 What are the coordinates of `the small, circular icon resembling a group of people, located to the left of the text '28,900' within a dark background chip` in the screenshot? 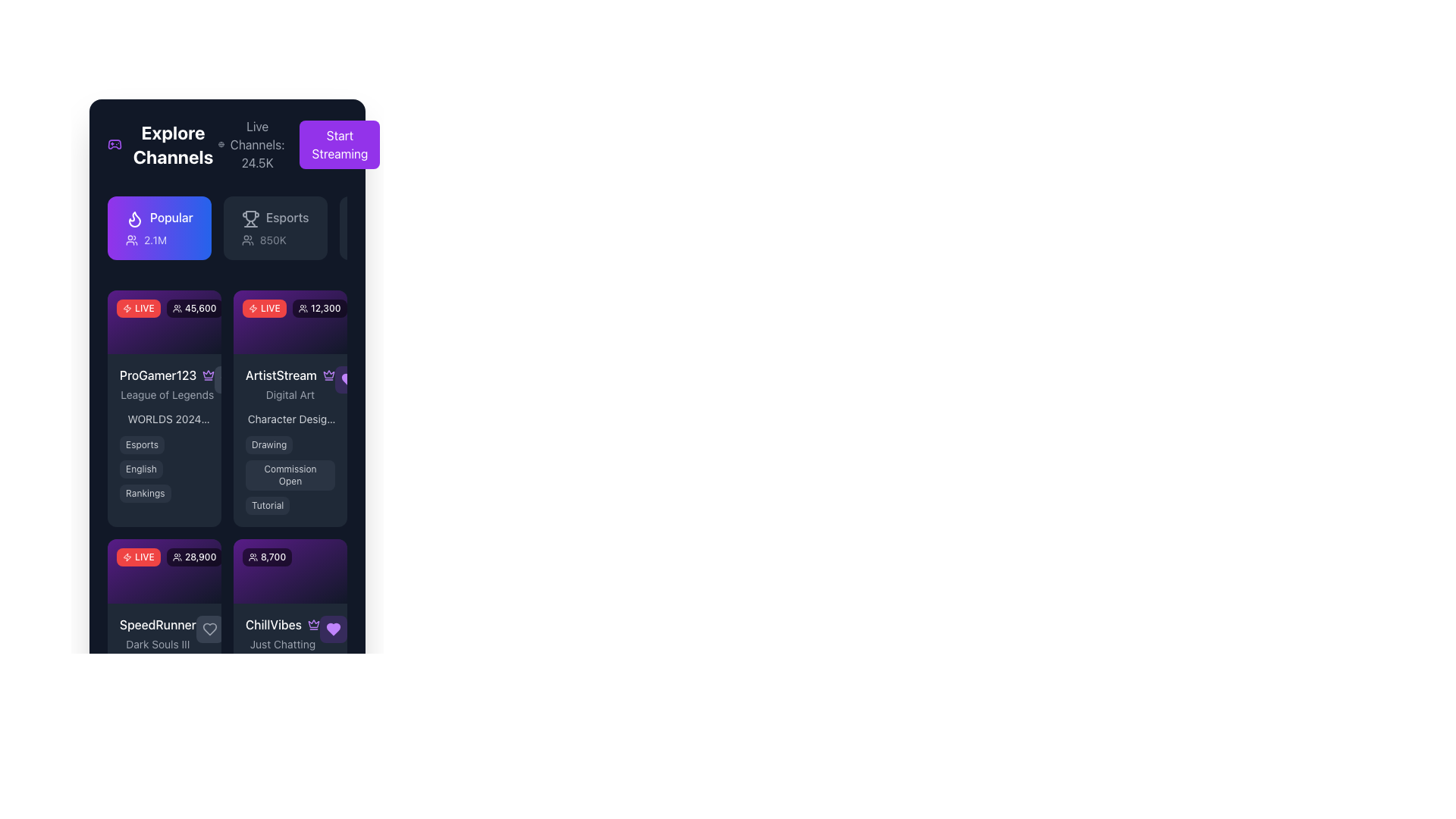 It's located at (177, 557).